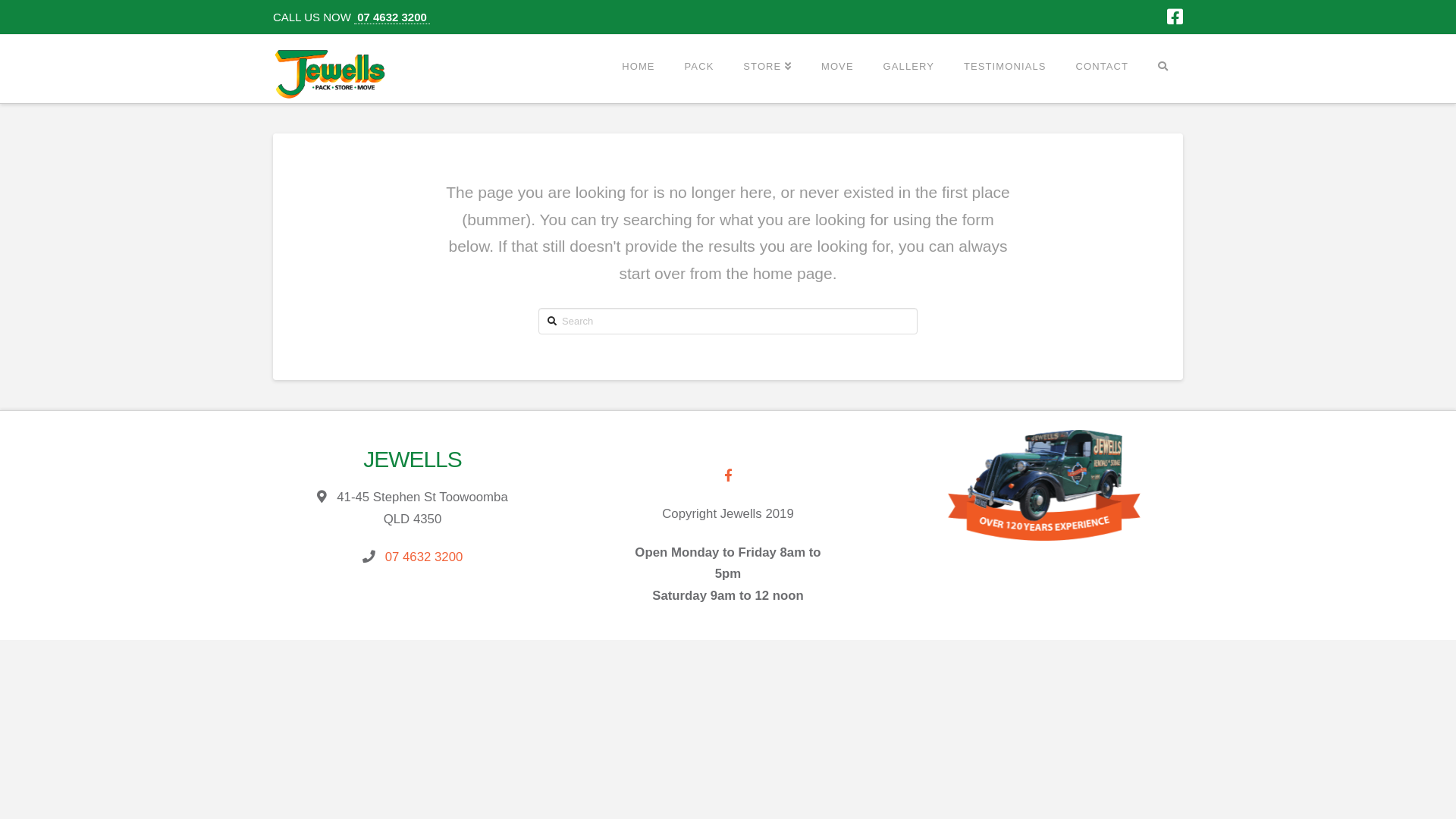 This screenshot has height=819, width=1456. What do you see at coordinates (698, 65) in the screenshot?
I see `'PACK'` at bounding box center [698, 65].